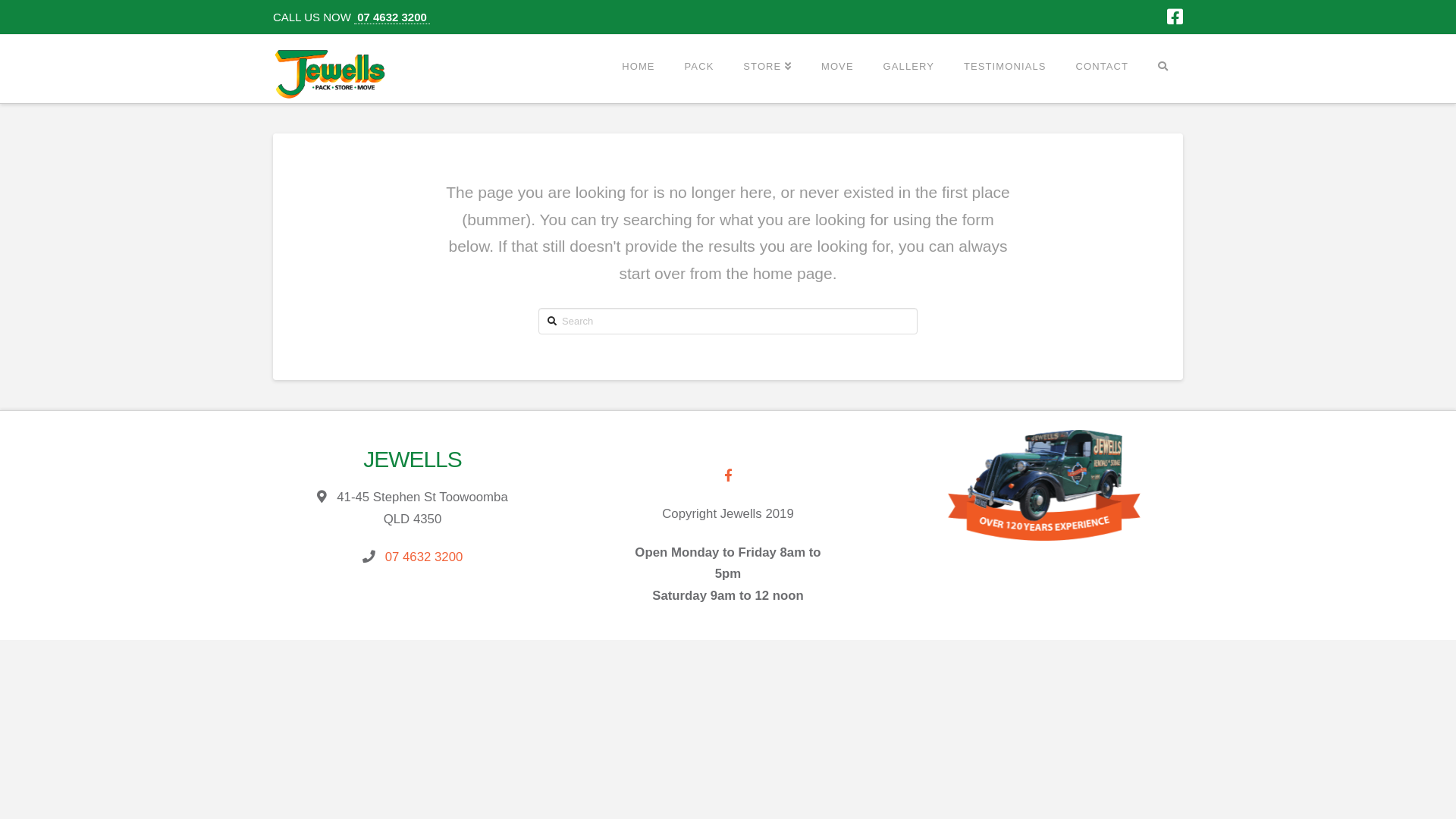 This screenshot has height=819, width=1456. What do you see at coordinates (698, 65) in the screenshot?
I see `'PACK'` at bounding box center [698, 65].